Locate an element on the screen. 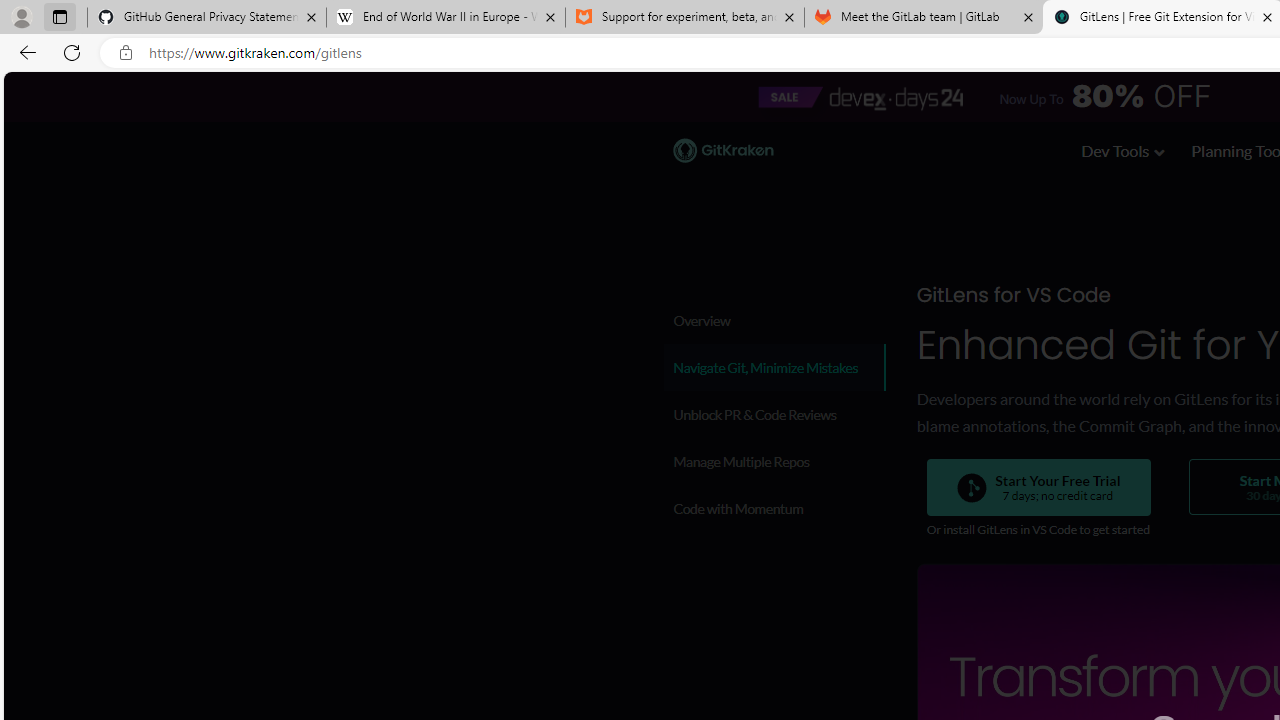 This screenshot has height=720, width=1280. 'Unblock PR & Code Reviews' is located at coordinates (773, 413).